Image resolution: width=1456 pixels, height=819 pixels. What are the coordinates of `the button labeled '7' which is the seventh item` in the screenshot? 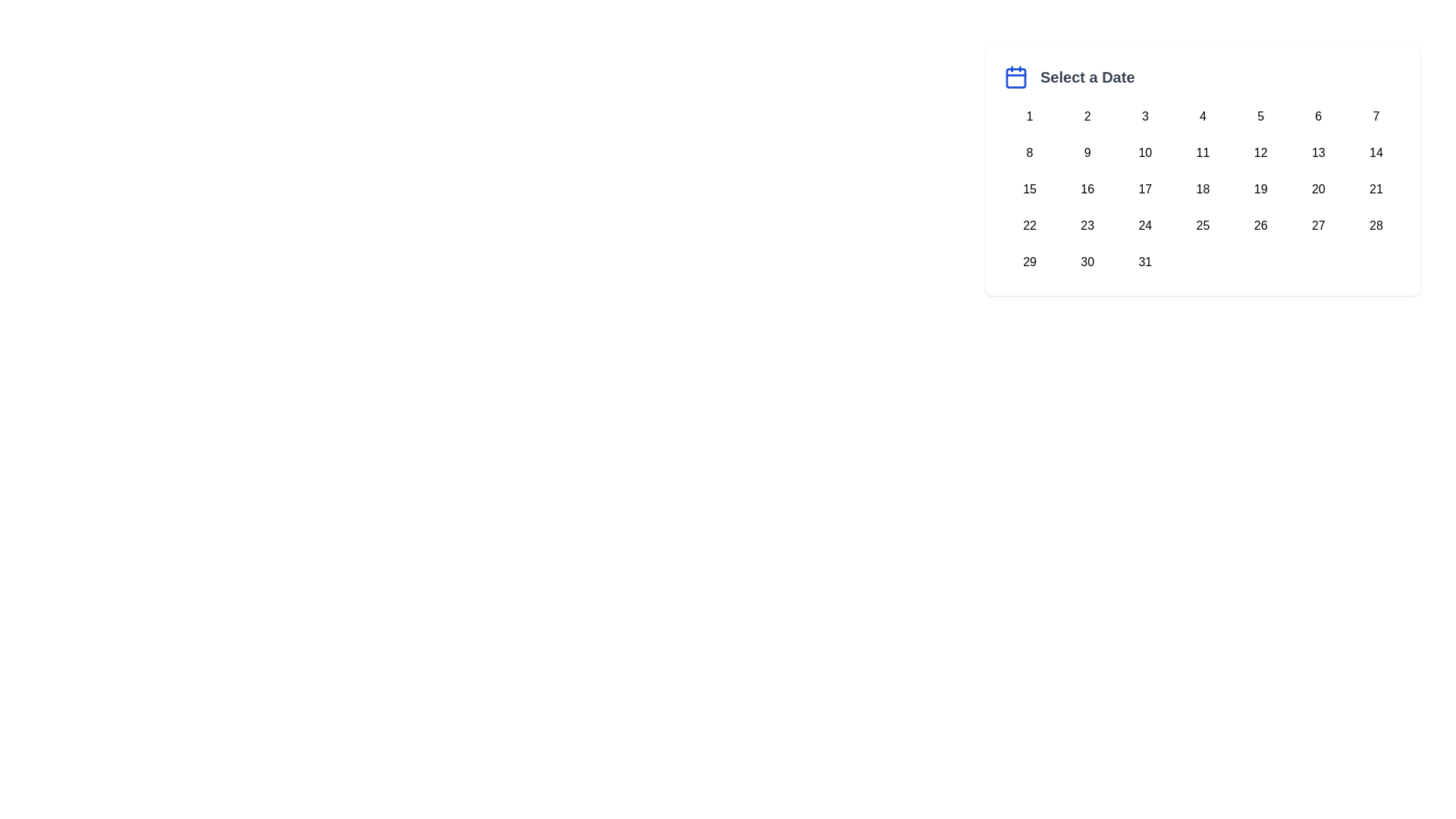 It's located at (1376, 116).